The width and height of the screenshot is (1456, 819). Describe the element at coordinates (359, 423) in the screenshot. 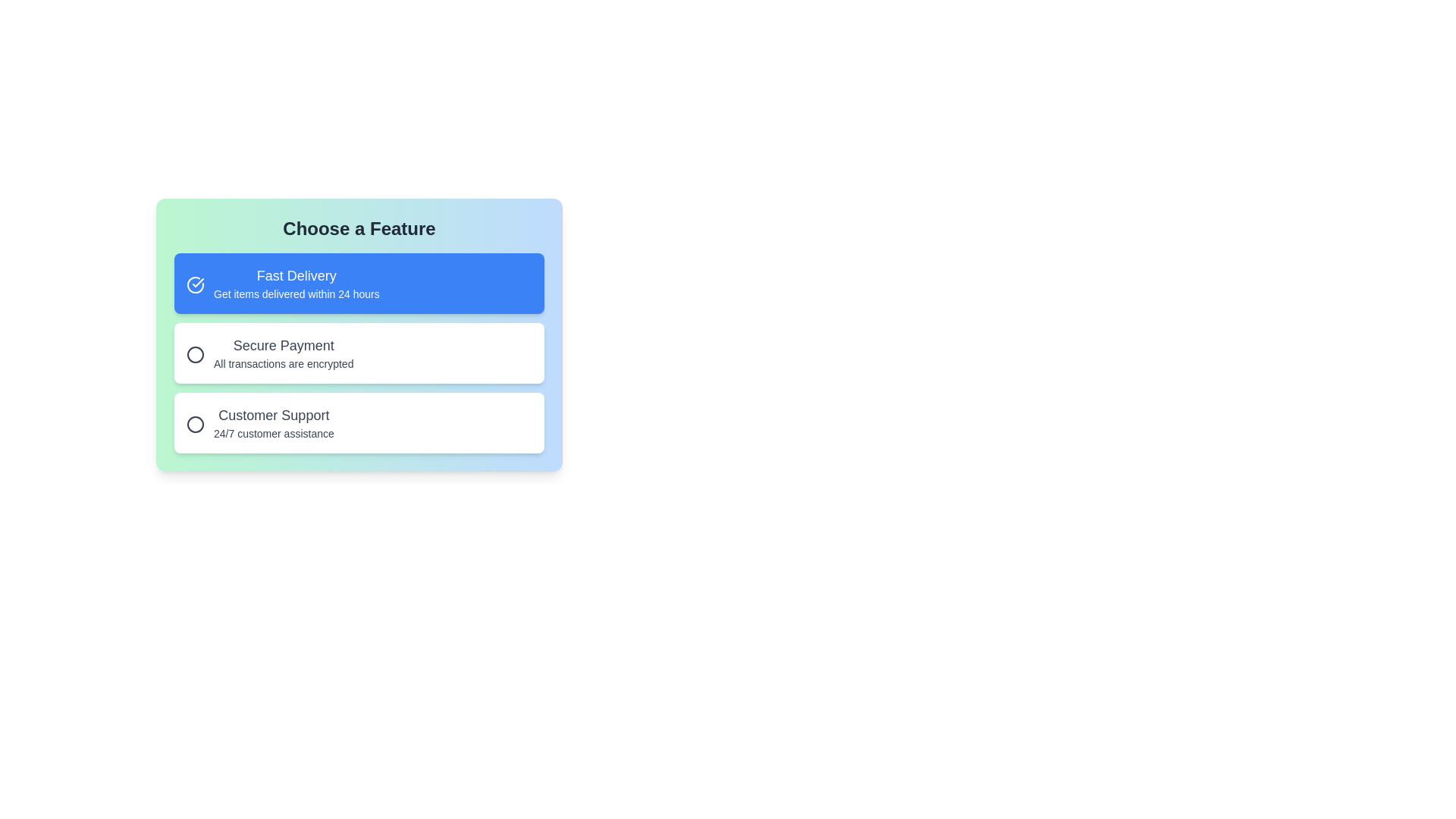

I see `the Information item indicating 24/7 customer support services by moving the cursor to its center position` at that location.